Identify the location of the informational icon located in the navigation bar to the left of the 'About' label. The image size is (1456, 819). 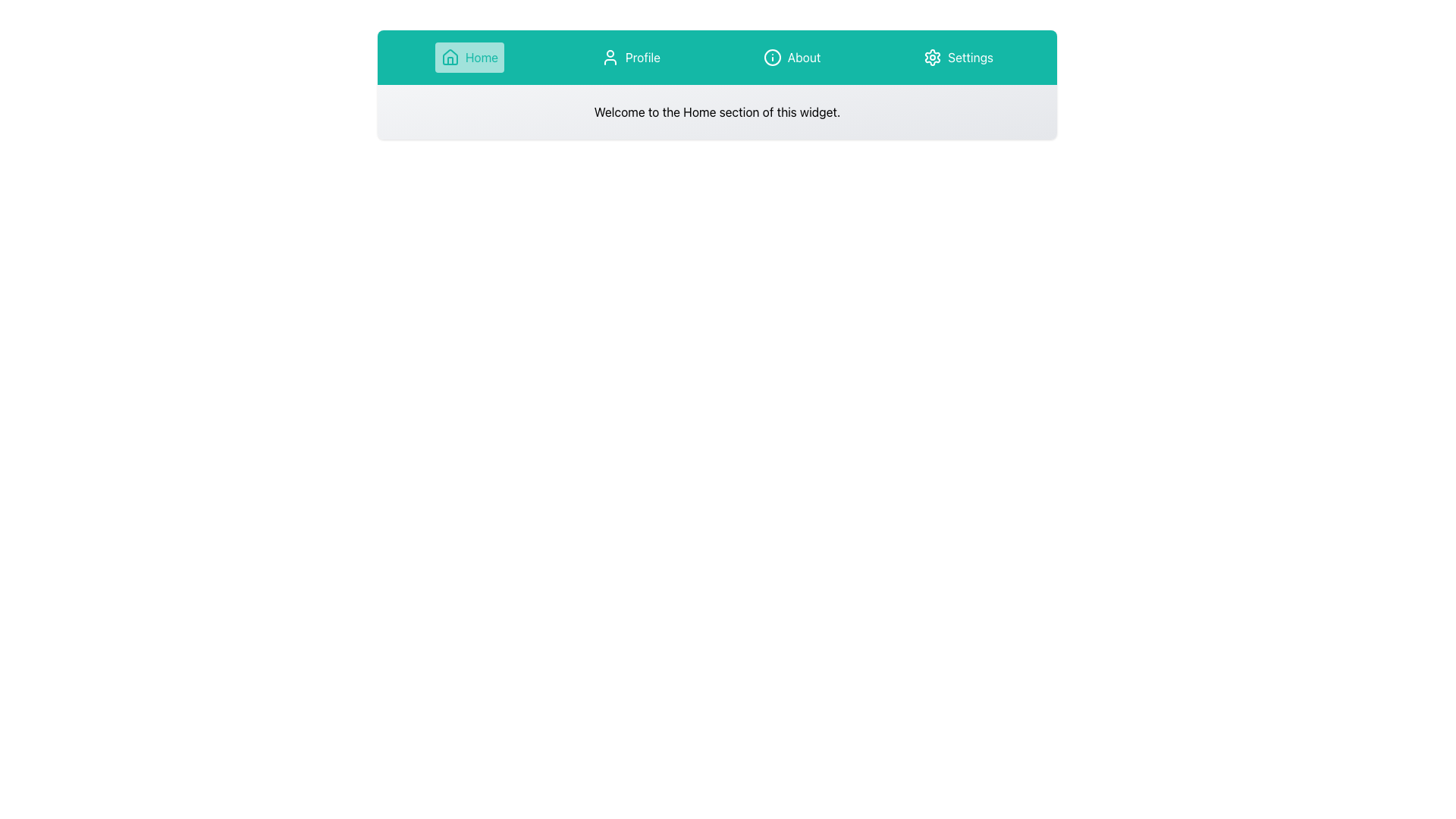
(772, 57).